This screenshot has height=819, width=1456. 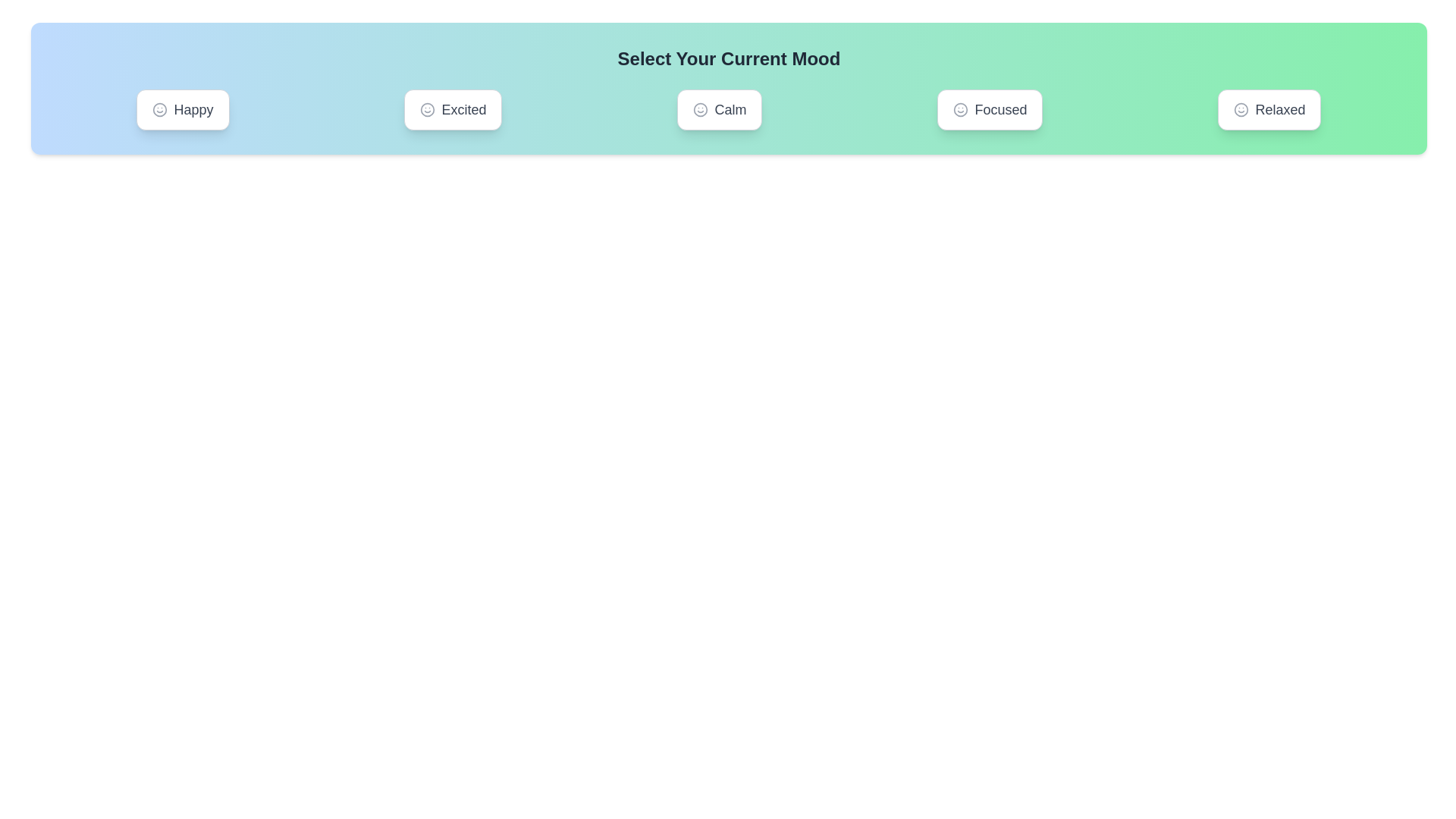 What do you see at coordinates (182, 109) in the screenshot?
I see `the mood button labeled Happy` at bounding box center [182, 109].